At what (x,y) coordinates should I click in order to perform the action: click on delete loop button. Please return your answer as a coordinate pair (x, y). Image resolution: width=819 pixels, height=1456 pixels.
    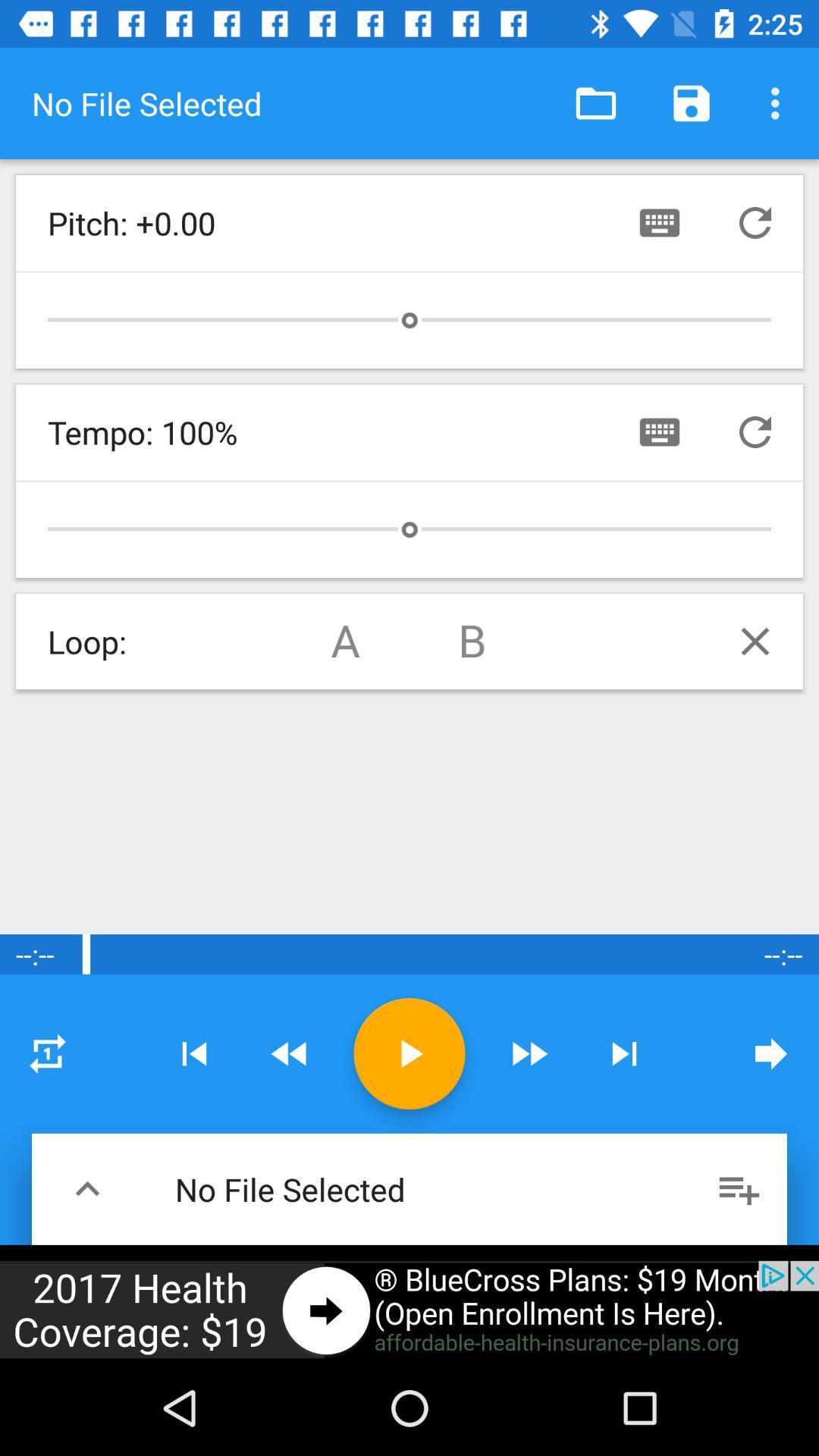
    Looking at the image, I should click on (755, 641).